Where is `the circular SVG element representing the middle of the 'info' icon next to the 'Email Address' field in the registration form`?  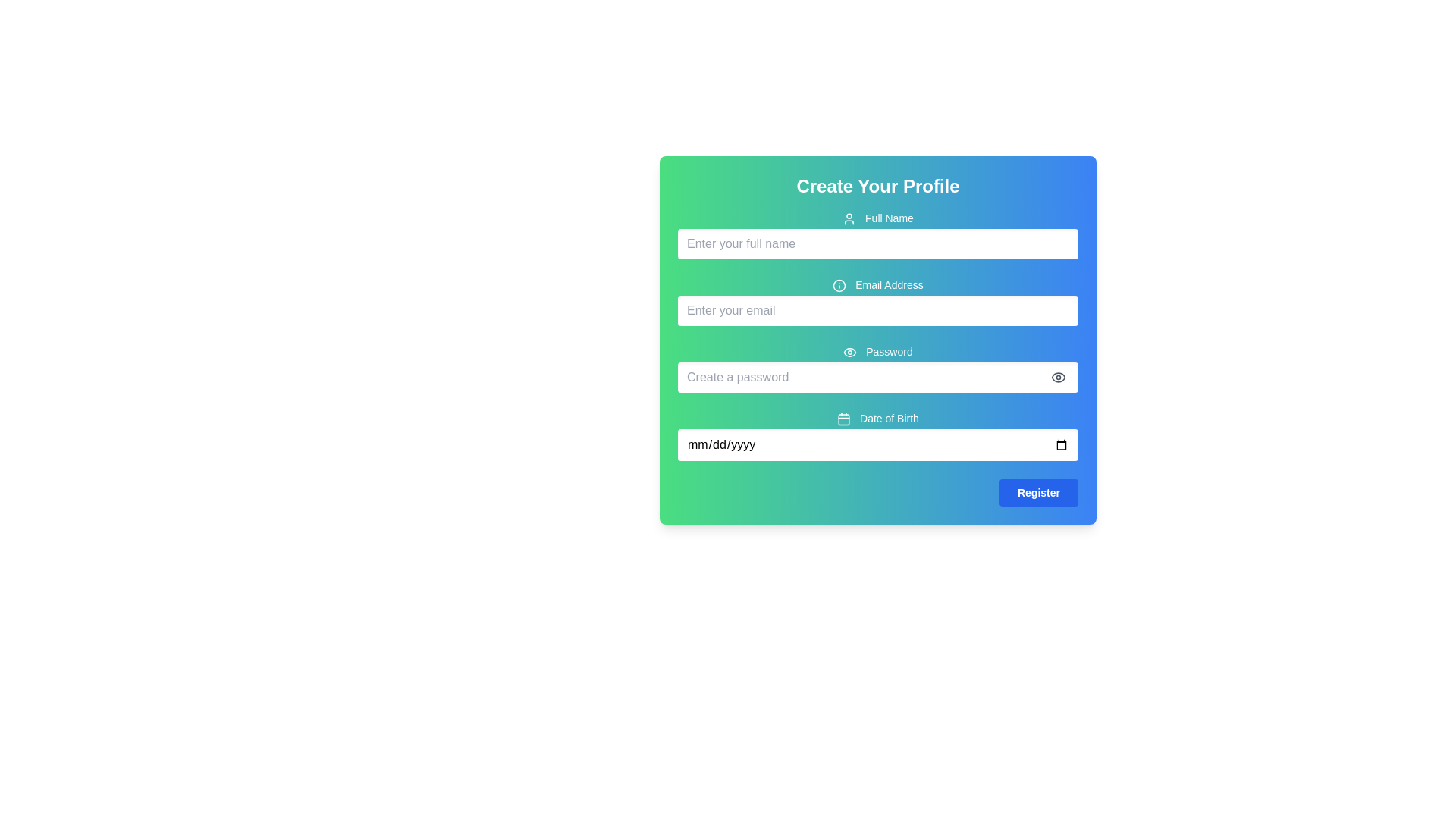 the circular SVG element representing the middle of the 'info' icon next to the 'Email Address' field in the registration form is located at coordinates (839, 286).